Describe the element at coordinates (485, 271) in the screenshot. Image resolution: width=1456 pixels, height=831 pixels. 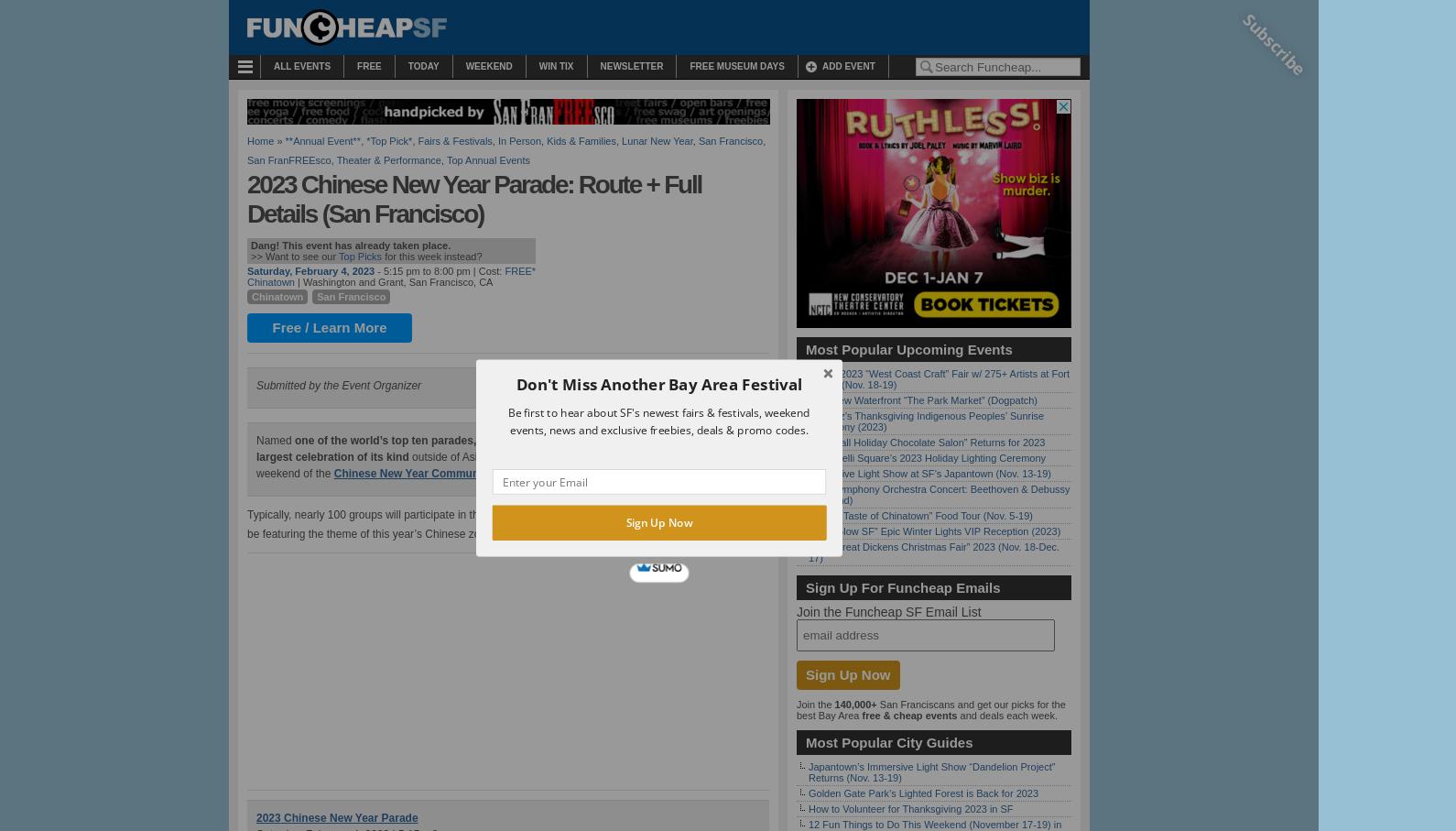
I see `'| Cost:'` at that location.